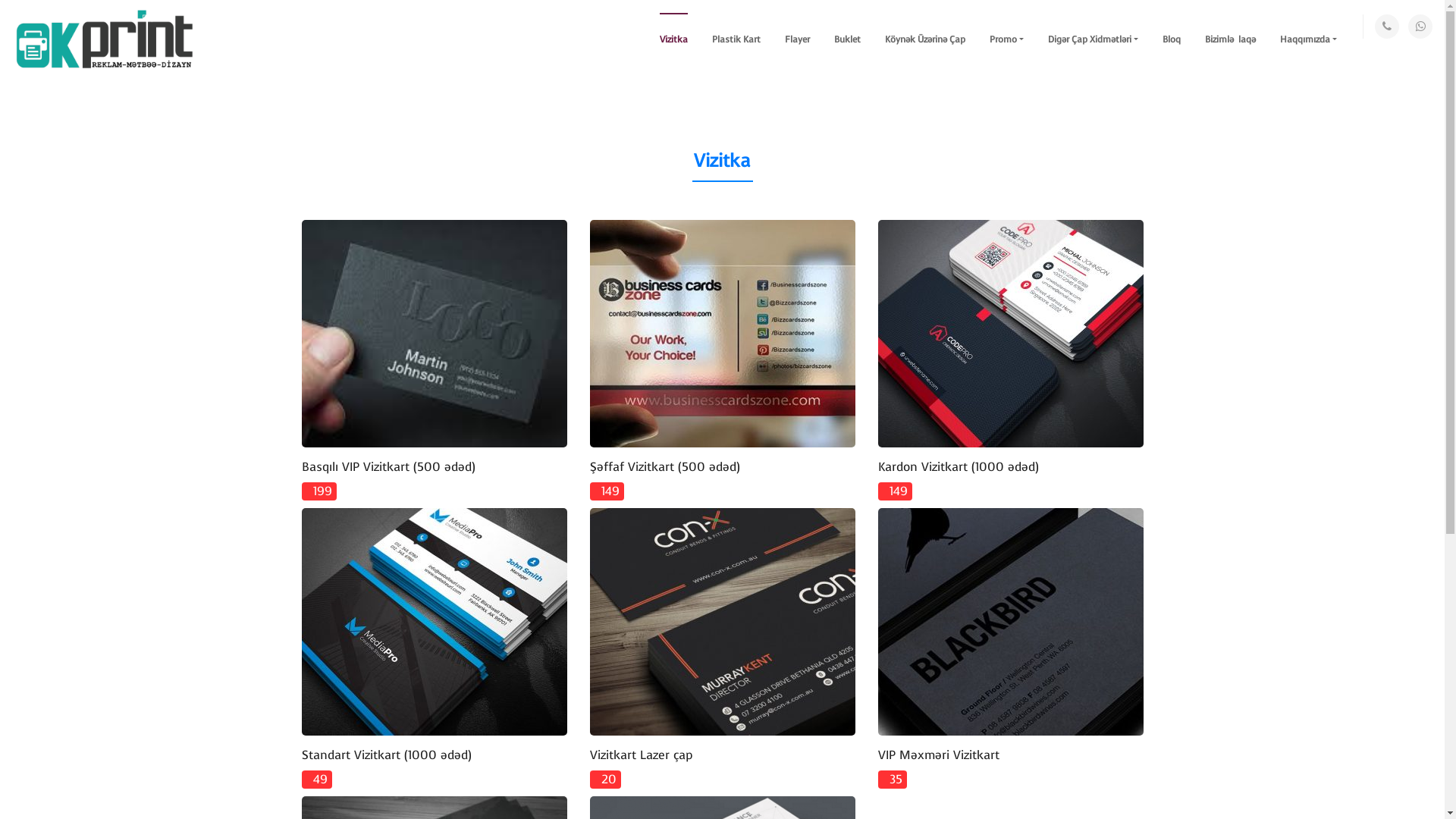 The height and width of the screenshot is (819, 1456). What do you see at coordinates (1006, 38) in the screenshot?
I see `'Promo'` at bounding box center [1006, 38].